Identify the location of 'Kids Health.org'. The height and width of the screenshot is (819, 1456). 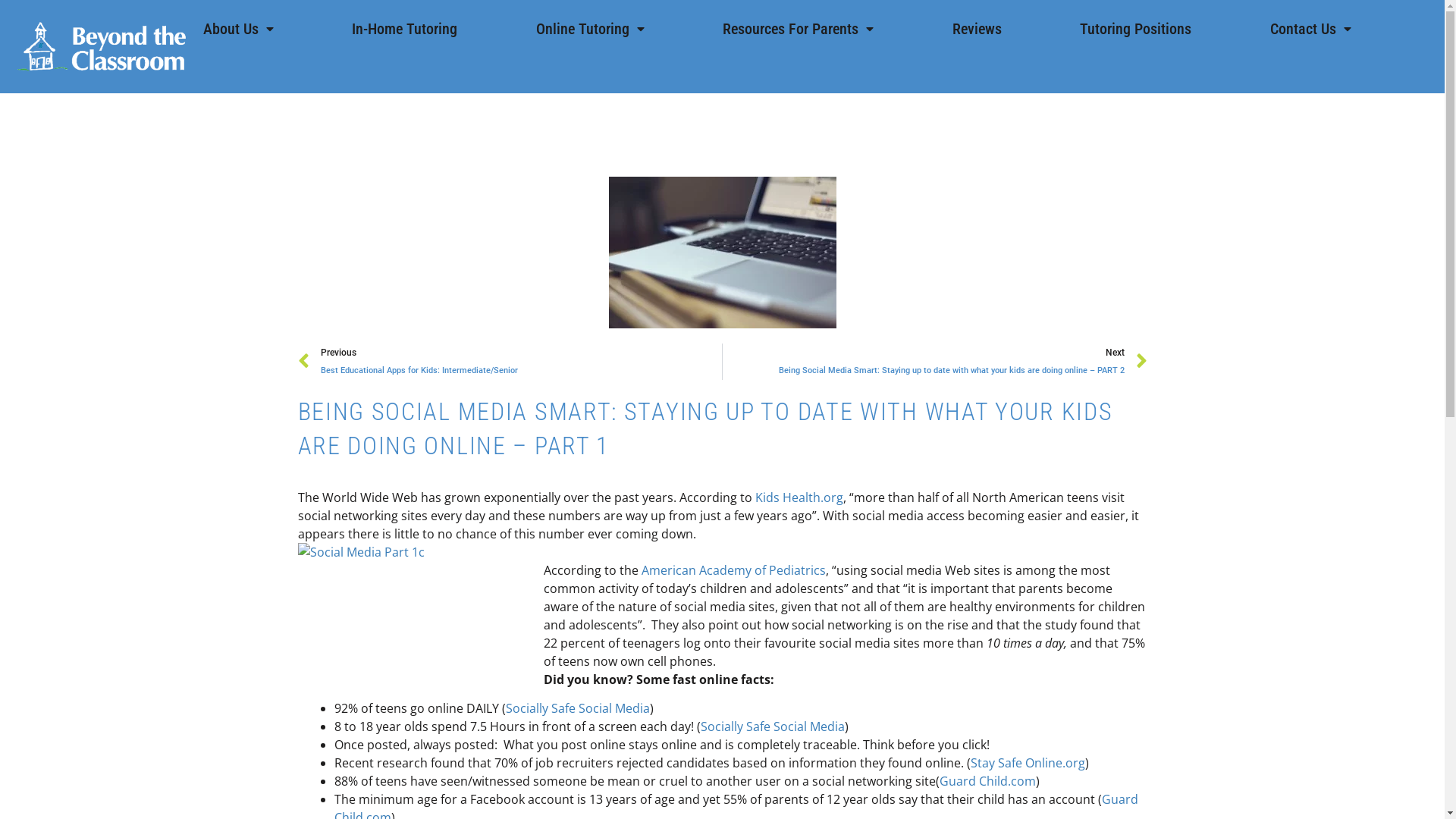
(799, 497).